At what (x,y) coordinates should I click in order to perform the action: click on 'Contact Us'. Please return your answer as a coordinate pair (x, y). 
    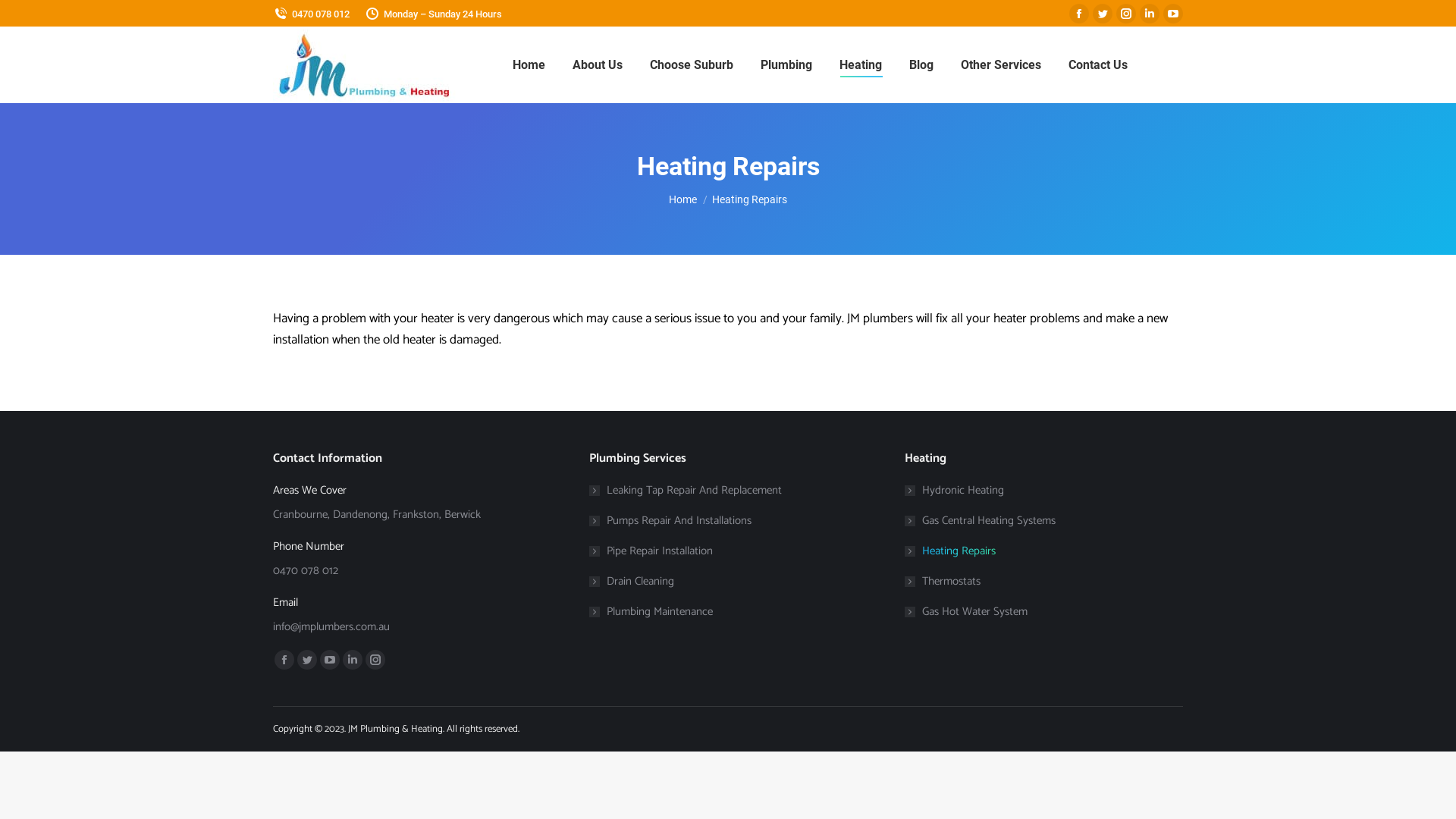
    Looking at the image, I should click on (1097, 64).